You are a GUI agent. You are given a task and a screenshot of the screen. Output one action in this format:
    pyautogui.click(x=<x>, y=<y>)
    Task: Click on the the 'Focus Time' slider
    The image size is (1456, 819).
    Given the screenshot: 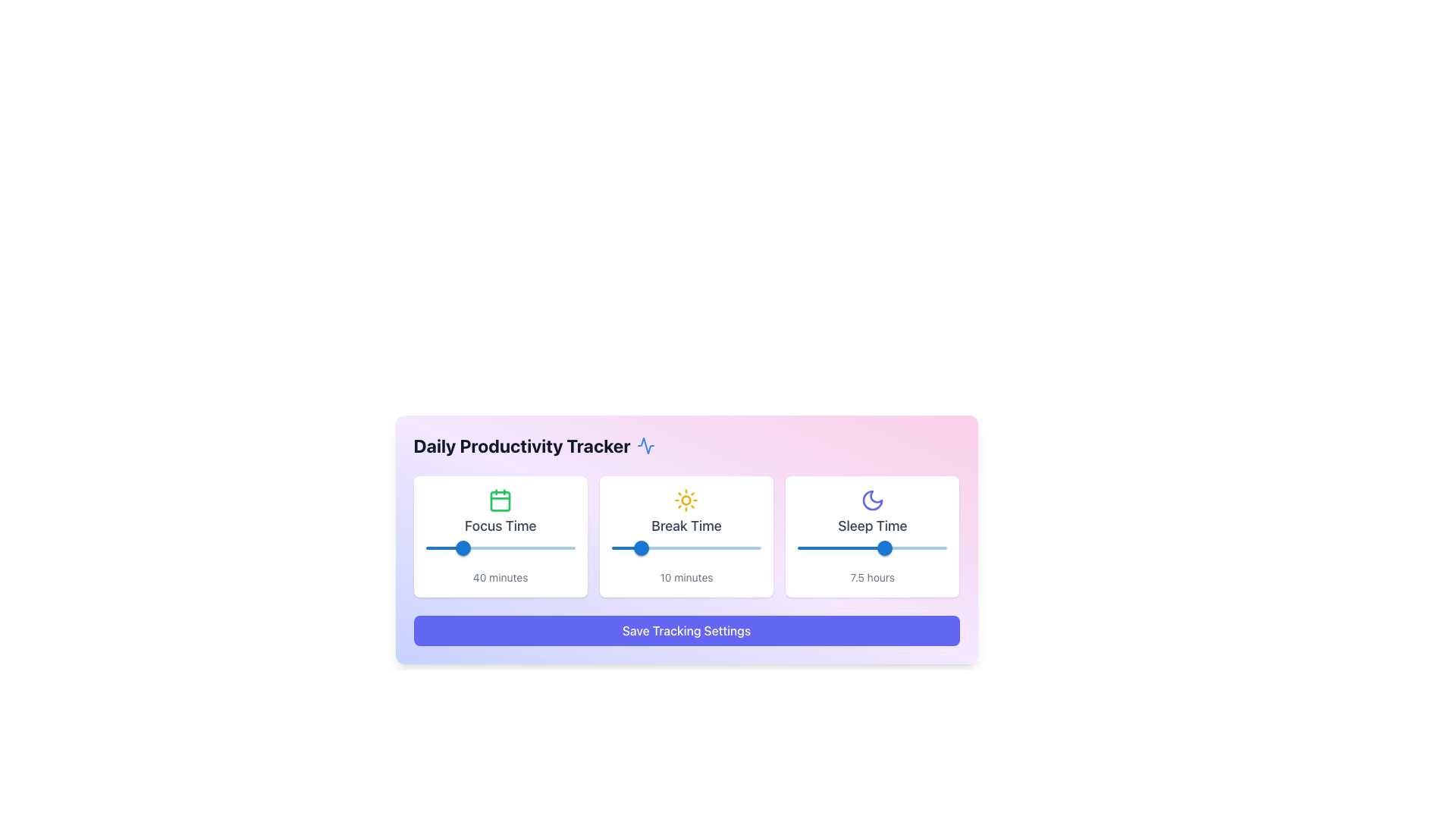 What is the action you would take?
    pyautogui.click(x=488, y=546)
    